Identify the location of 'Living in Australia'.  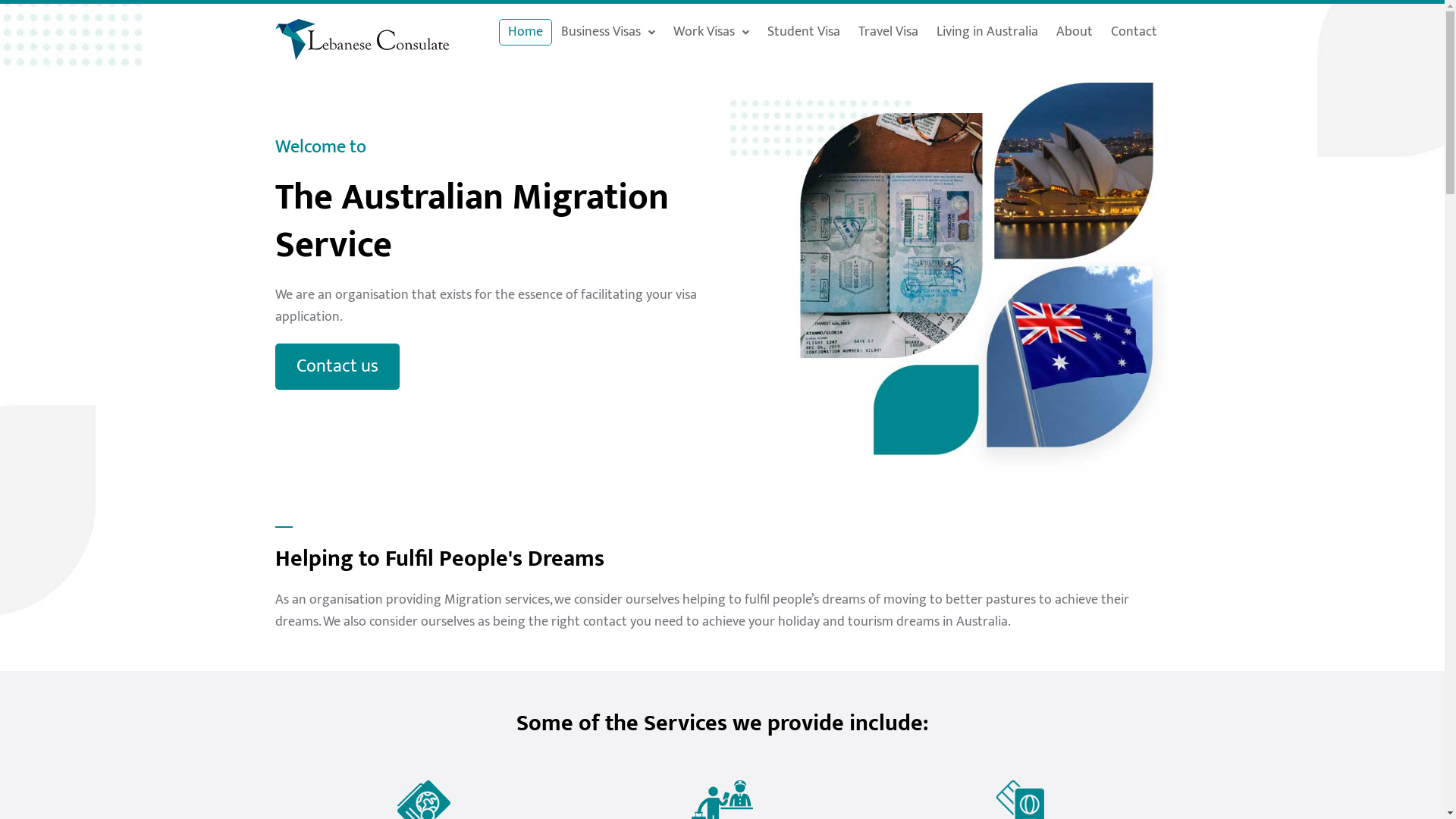
(927, 32).